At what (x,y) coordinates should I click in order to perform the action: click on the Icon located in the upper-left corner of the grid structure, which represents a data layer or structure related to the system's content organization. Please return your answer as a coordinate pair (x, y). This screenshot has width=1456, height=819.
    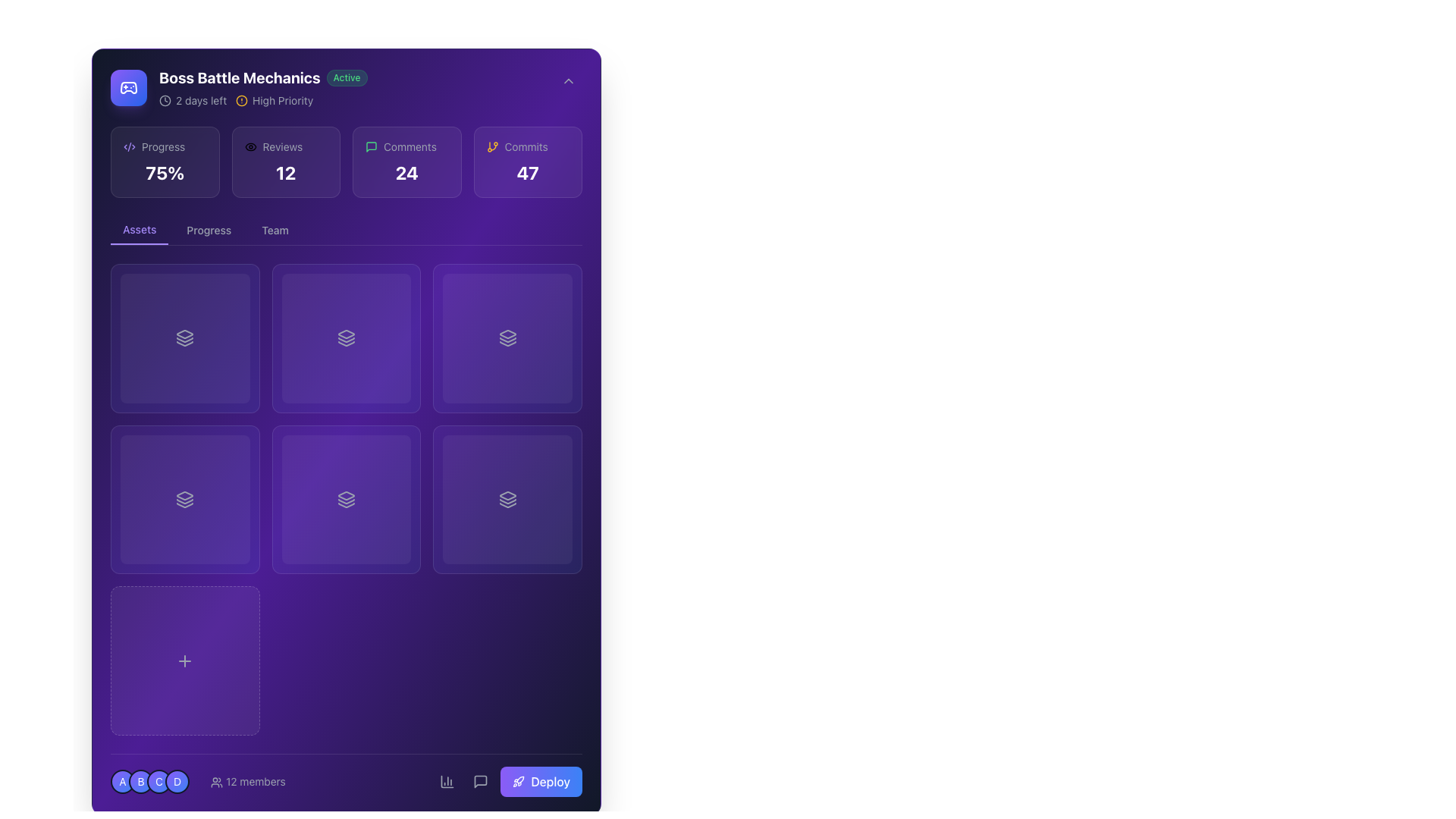
    Looking at the image, I should click on (184, 334).